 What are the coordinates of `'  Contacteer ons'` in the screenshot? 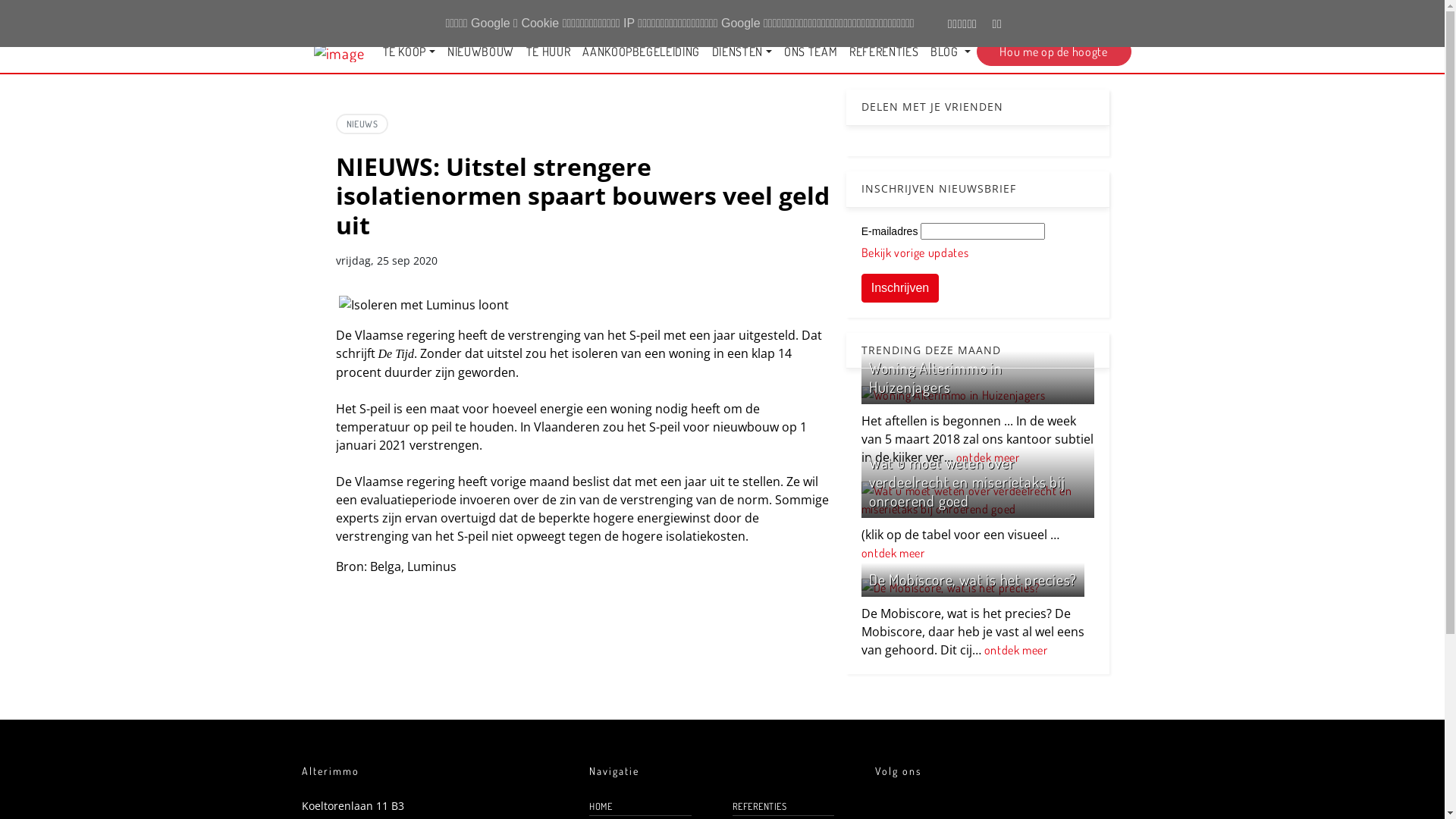 It's located at (952, 14).